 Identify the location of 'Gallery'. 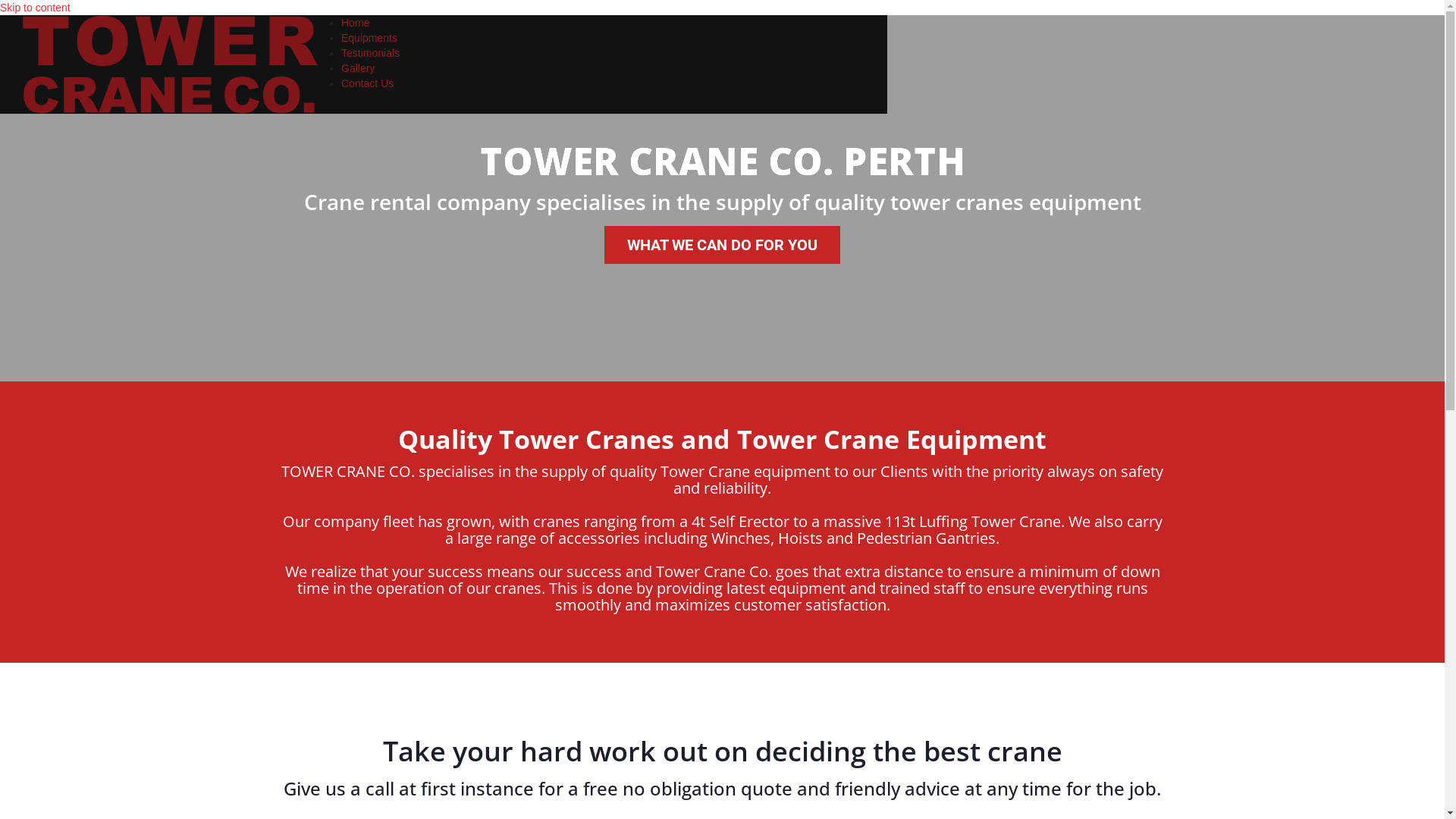
(356, 67).